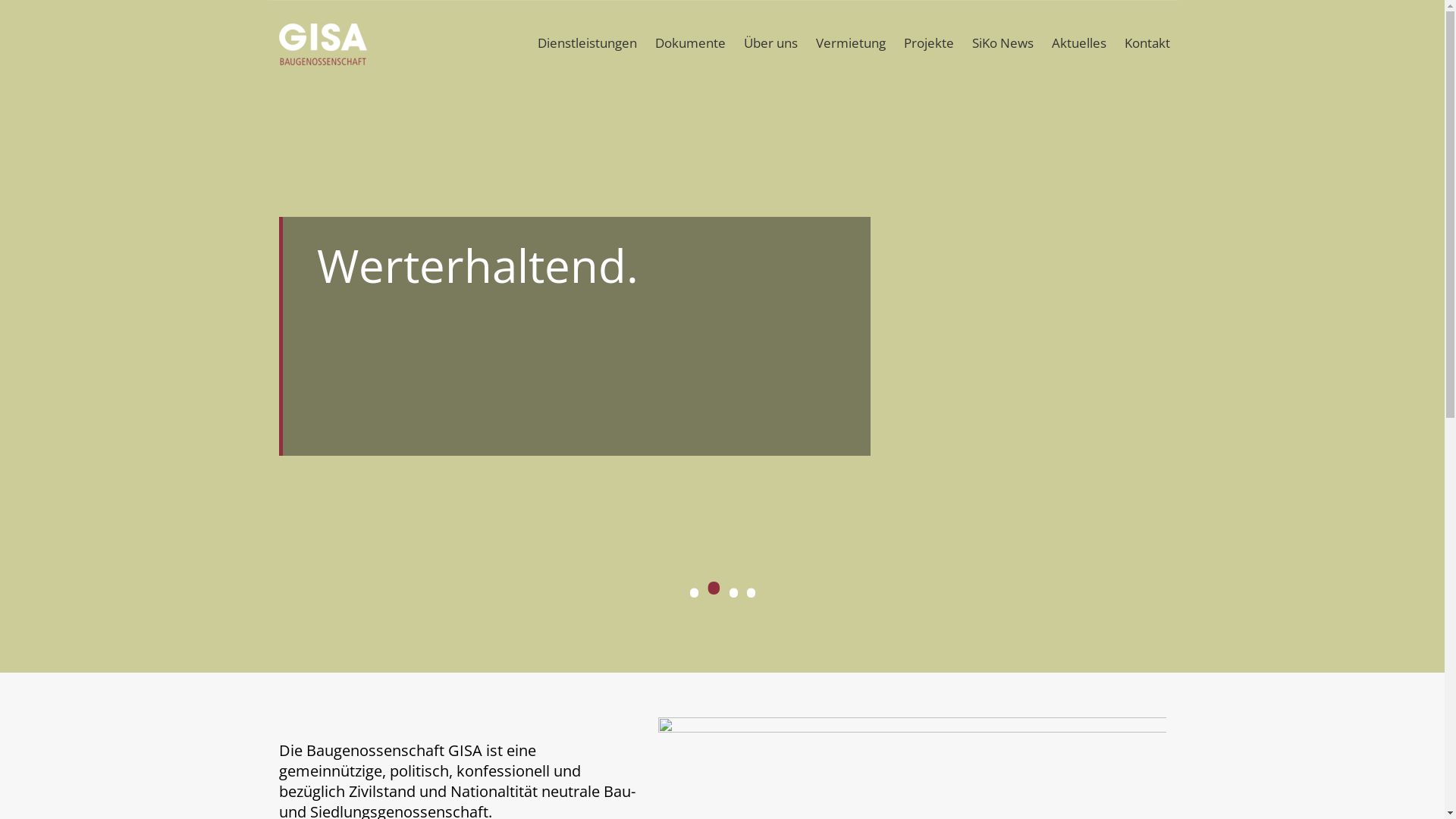 This screenshot has height=819, width=1456. Describe the element at coordinates (689, 42) in the screenshot. I see `'Dokumente'` at that location.